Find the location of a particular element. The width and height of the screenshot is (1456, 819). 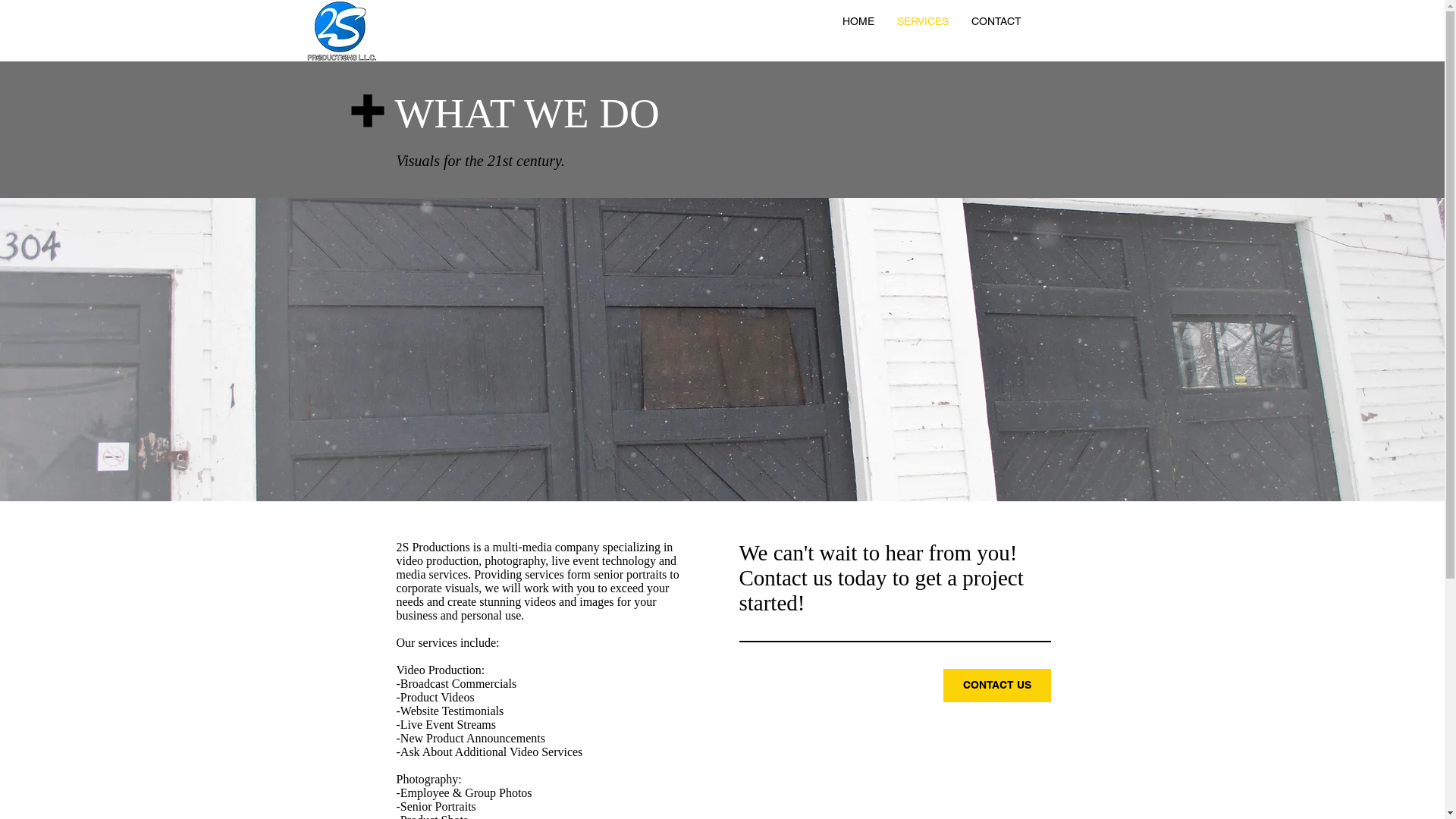

'HOME' is located at coordinates (858, 20).